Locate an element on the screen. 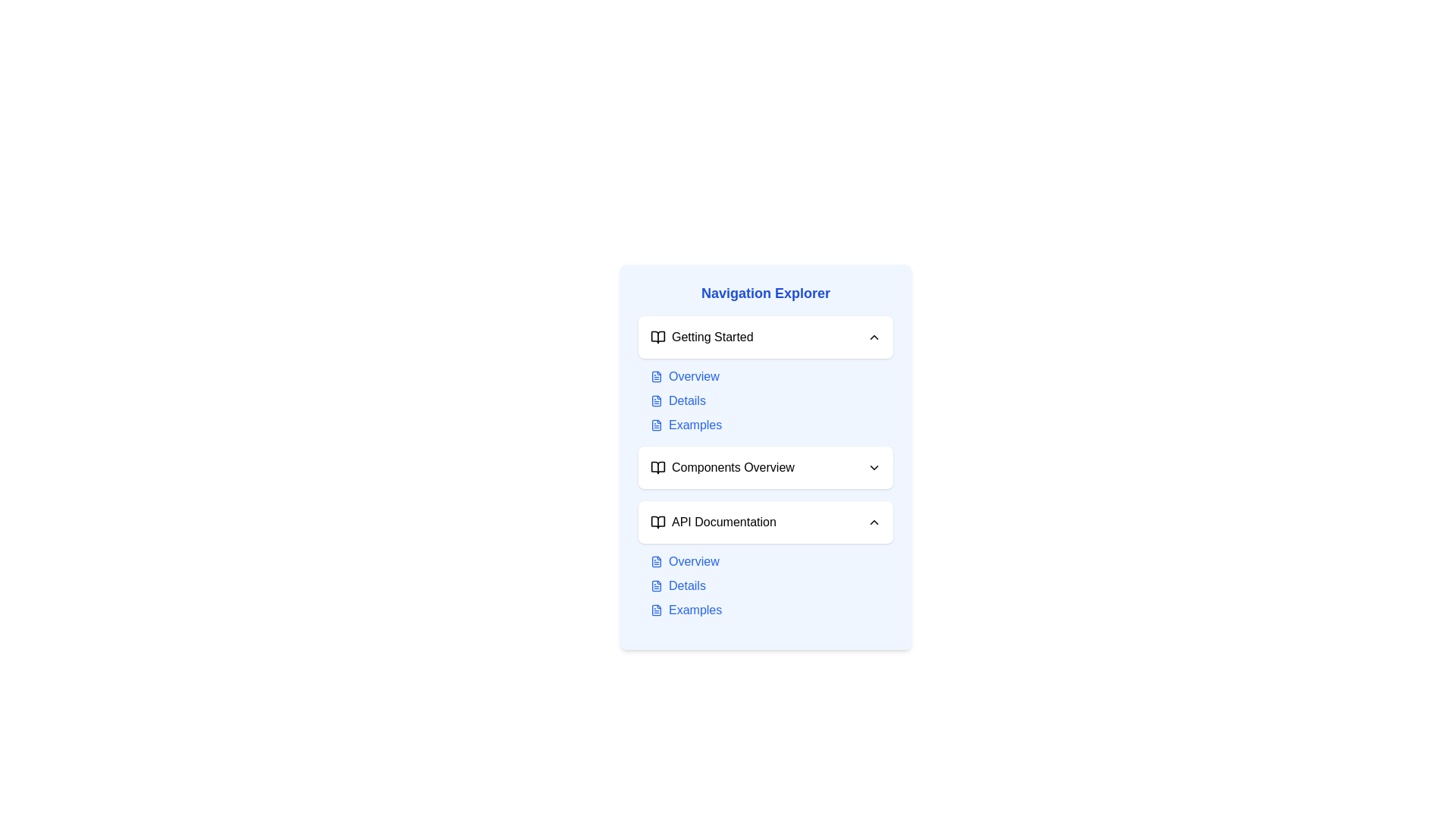 This screenshot has width=1456, height=819. the document icon with a blue outline located to the left of the 'Overview' text in the 'API Documentation' section is located at coordinates (656, 561).